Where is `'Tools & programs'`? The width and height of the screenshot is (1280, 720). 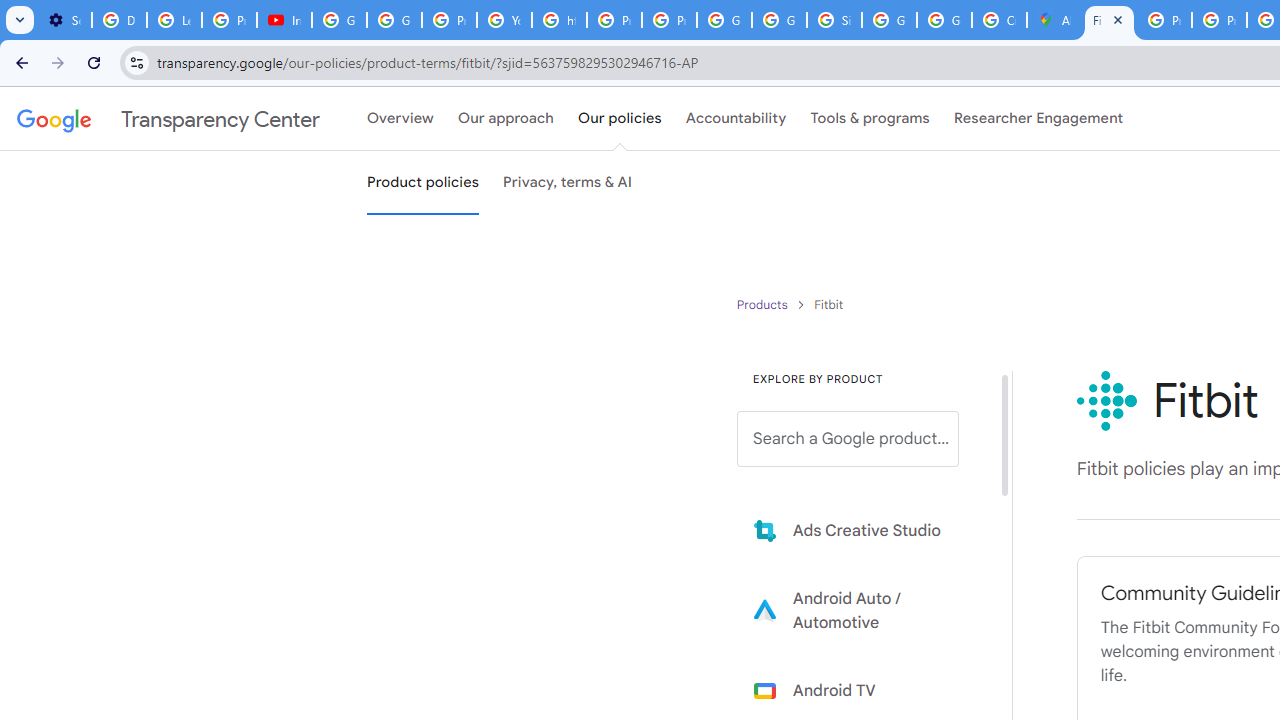 'Tools & programs' is located at coordinates (869, 119).